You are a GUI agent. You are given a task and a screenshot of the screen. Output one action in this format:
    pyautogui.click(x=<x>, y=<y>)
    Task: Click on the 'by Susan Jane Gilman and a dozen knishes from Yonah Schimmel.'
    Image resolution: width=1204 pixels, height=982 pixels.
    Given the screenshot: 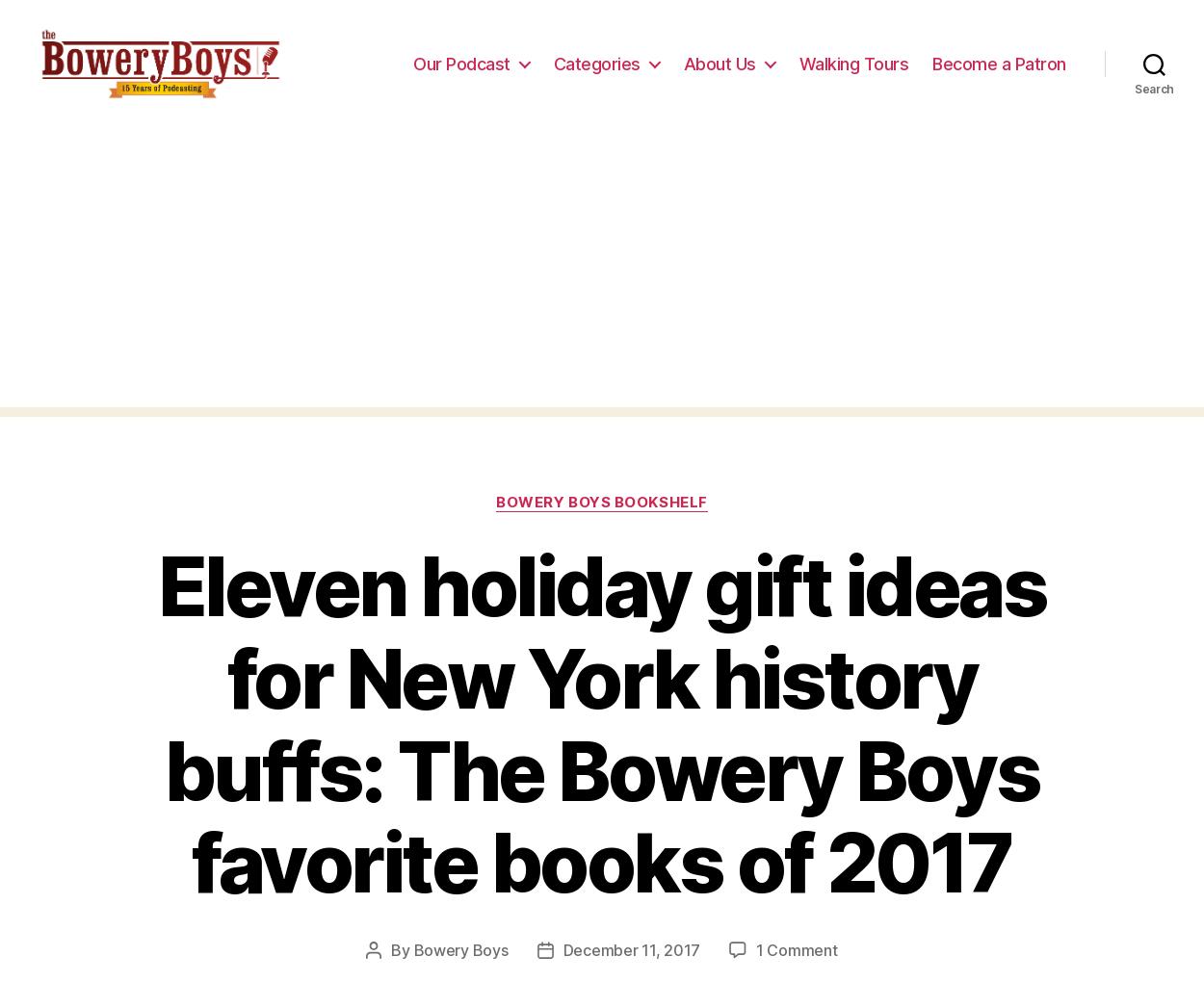 What is the action you would take?
    pyautogui.click(x=587, y=237)
    